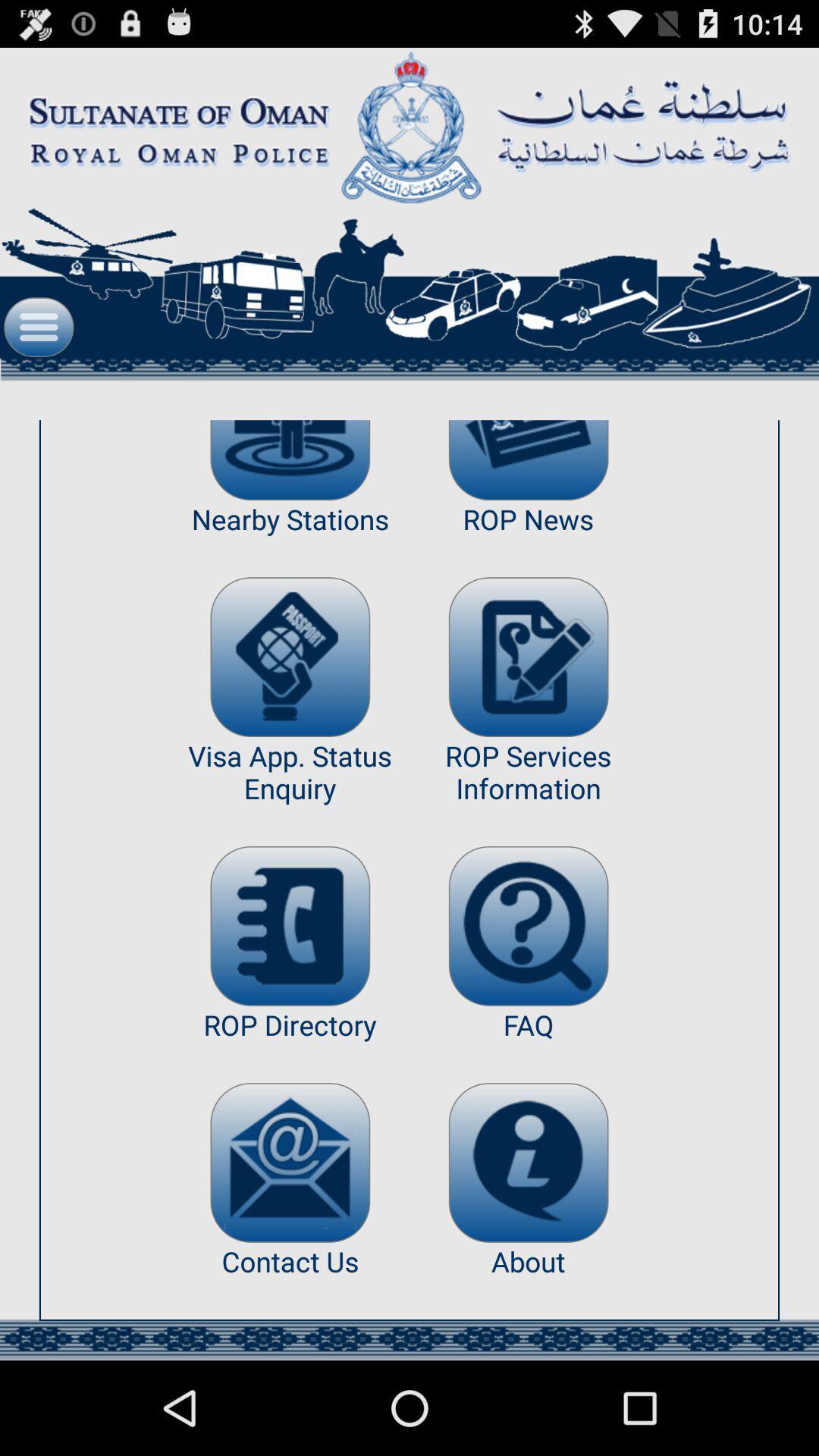 This screenshot has height=1456, width=819. I want to click on news, so click(528, 460).